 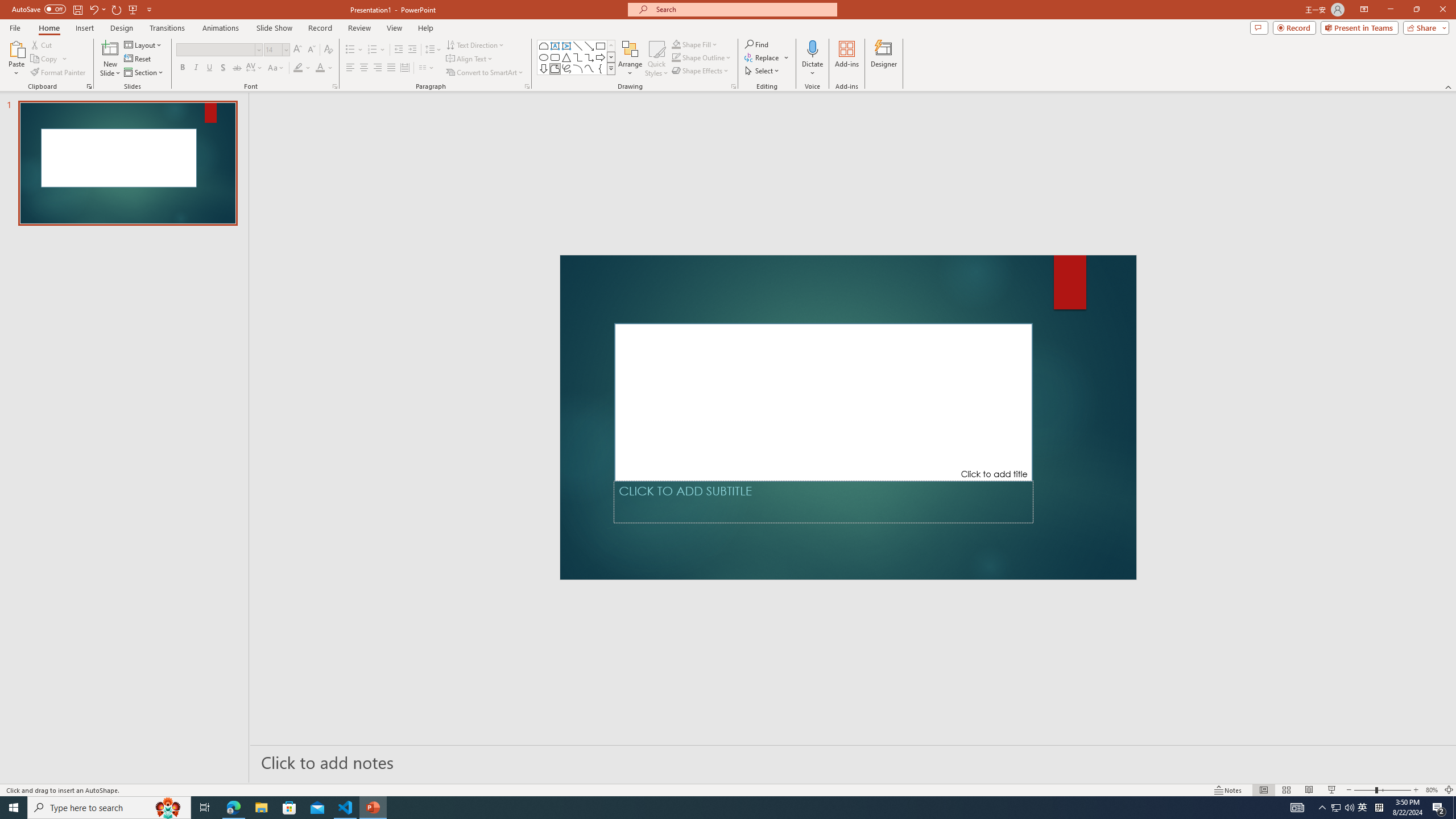 What do you see at coordinates (364, 67) in the screenshot?
I see `'Center'` at bounding box center [364, 67].